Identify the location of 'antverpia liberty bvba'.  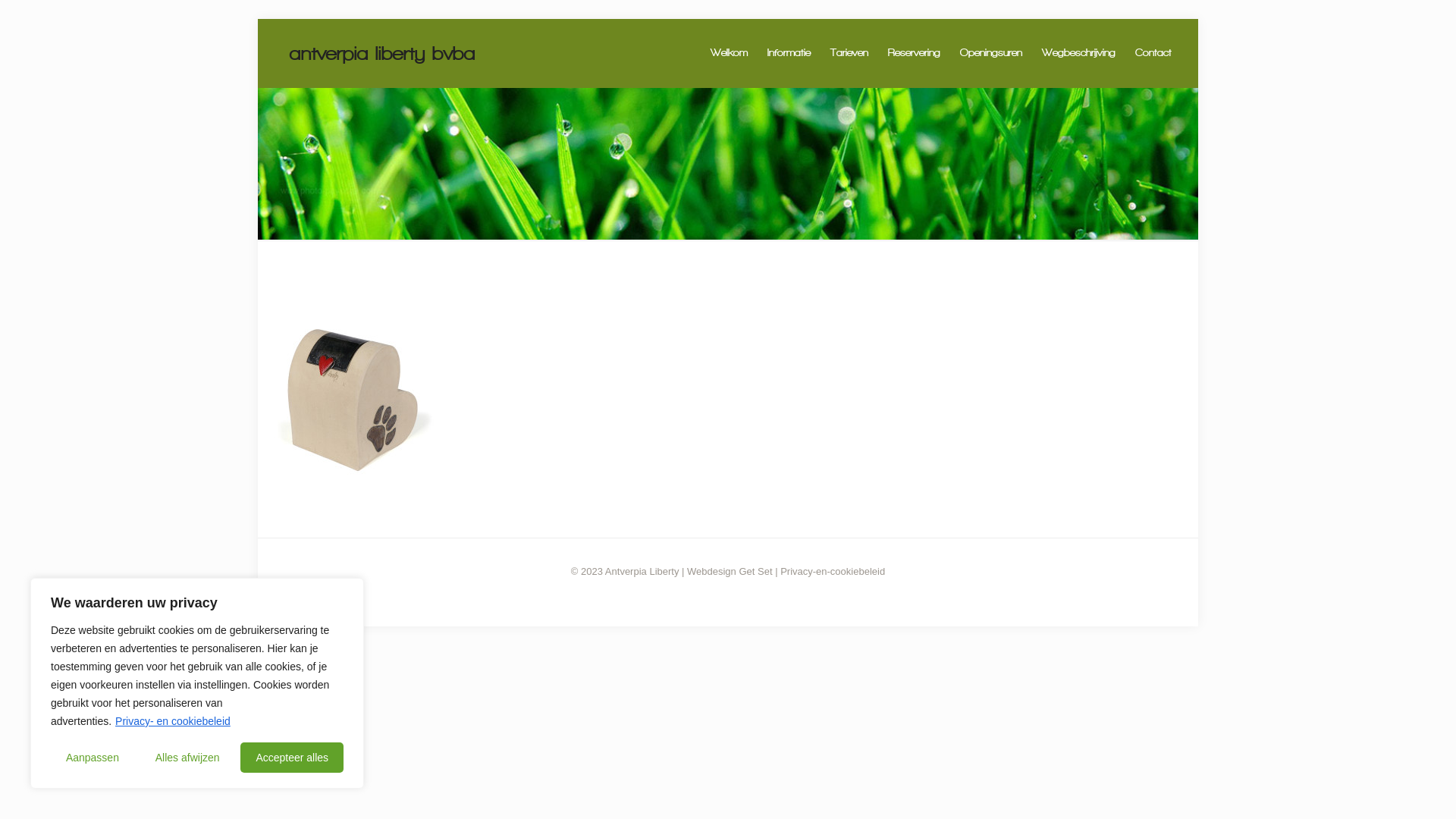
(382, 52).